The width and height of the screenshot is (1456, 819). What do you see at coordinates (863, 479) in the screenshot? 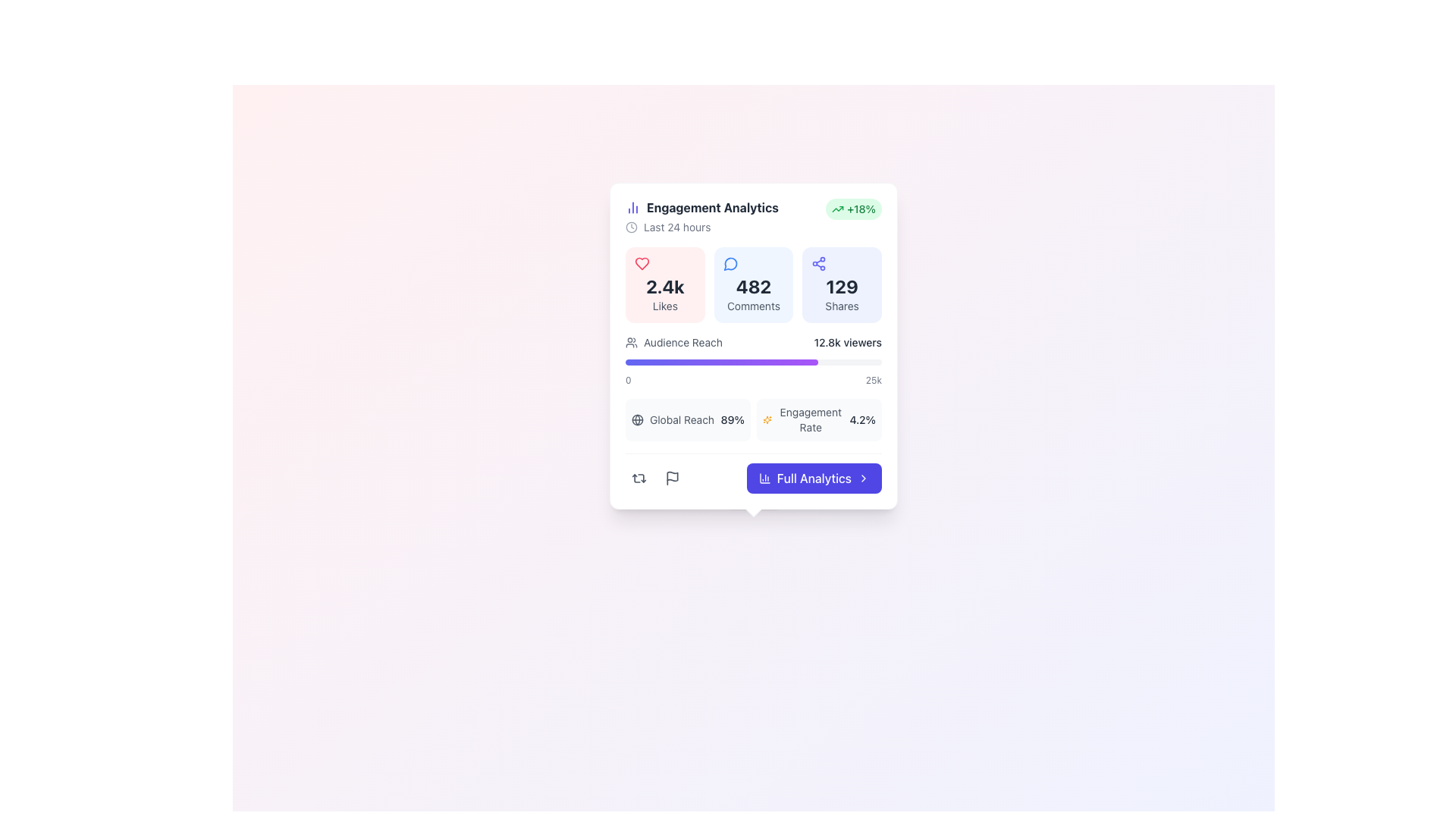
I see `the rightwards arrow icon located on the right side of the 'Full Analytics' button with a purple background` at bounding box center [863, 479].